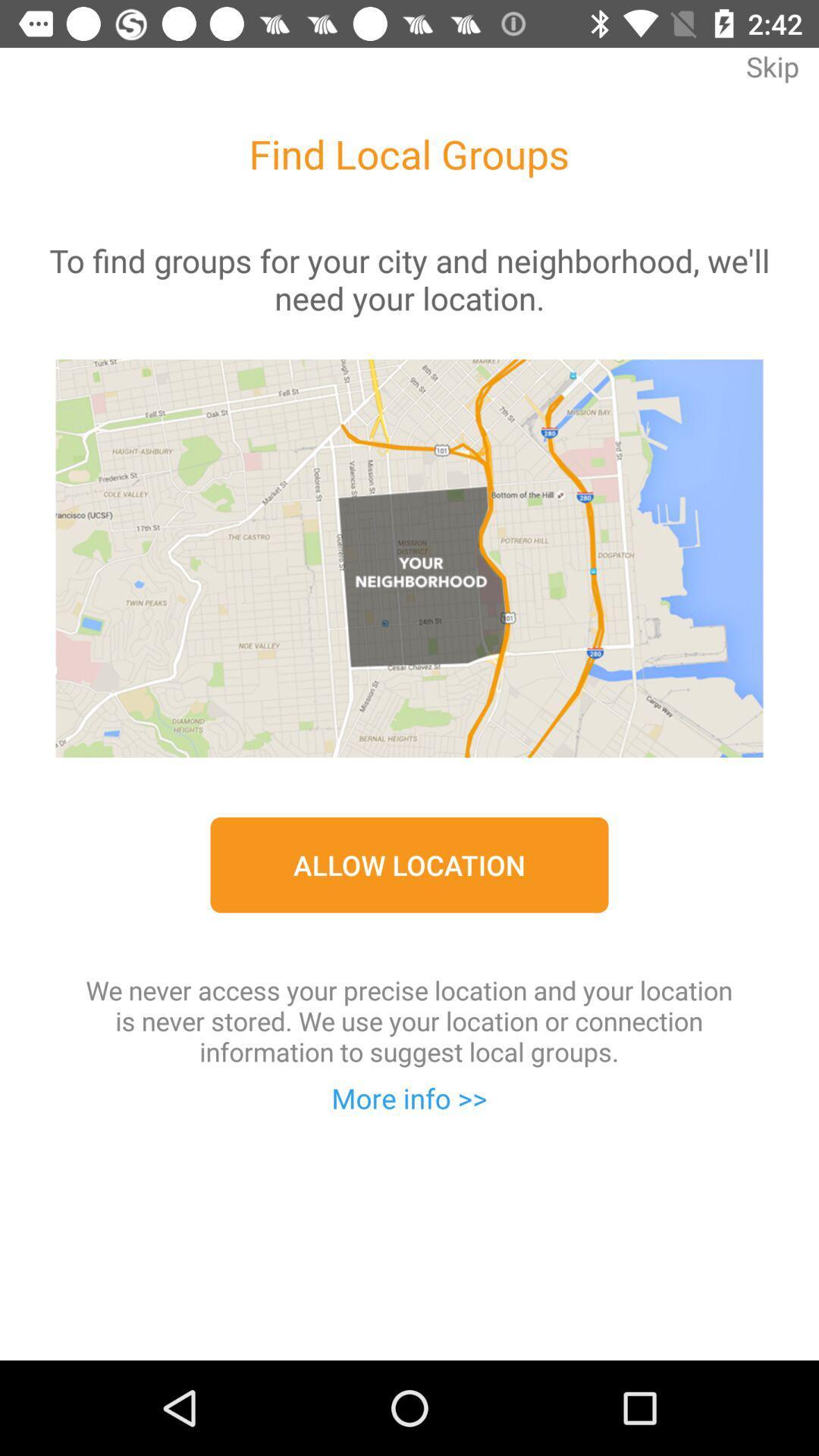 Image resolution: width=819 pixels, height=1456 pixels. Describe the element at coordinates (772, 77) in the screenshot. I see `skip item` at that location.